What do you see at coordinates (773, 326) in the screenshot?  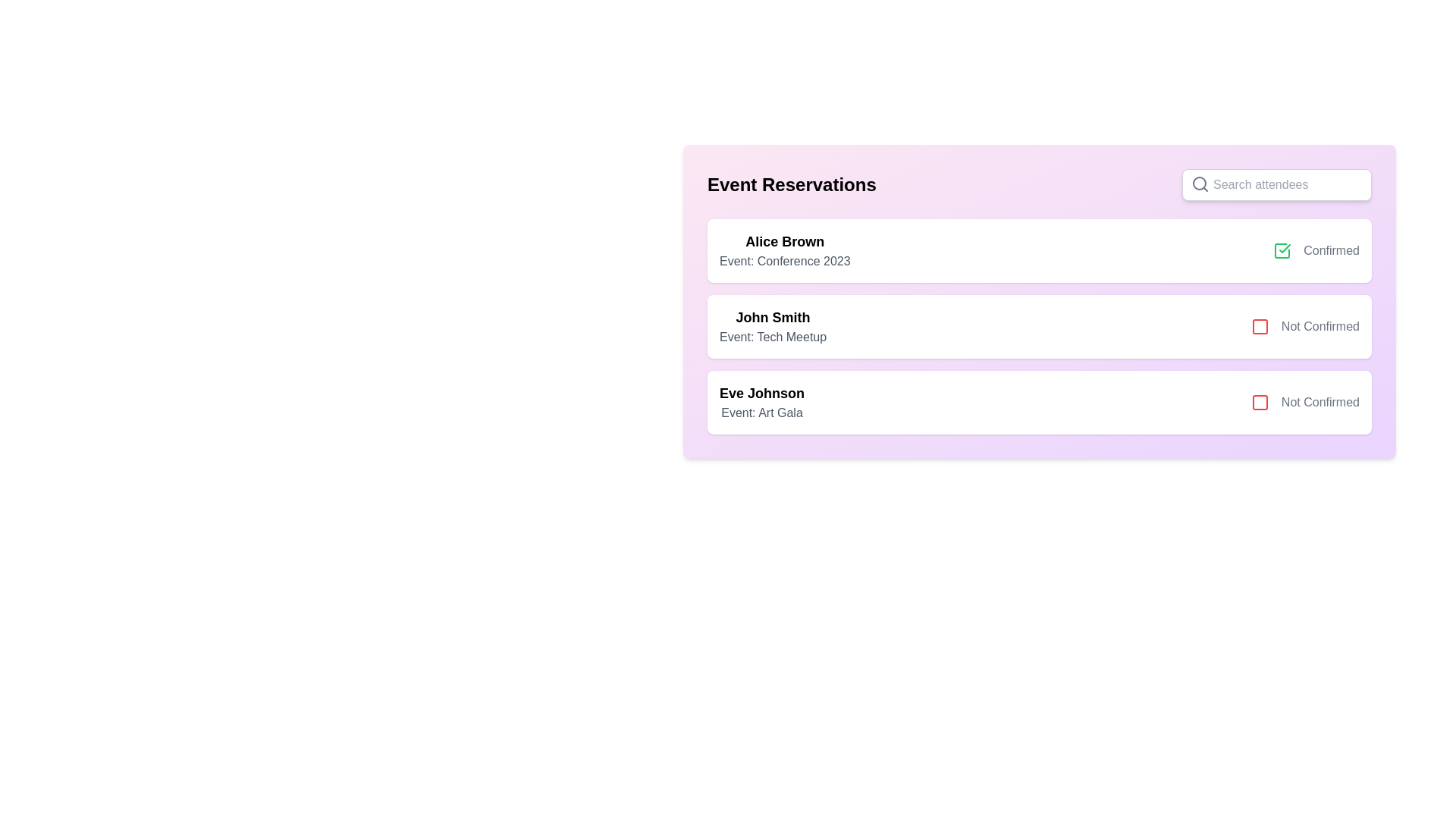 I see `the Text display component showing 'John Smith' for the 'Tech Meetup' event, located in the second card of the 'Event Reservations' section` at bounding box center [773, 326].